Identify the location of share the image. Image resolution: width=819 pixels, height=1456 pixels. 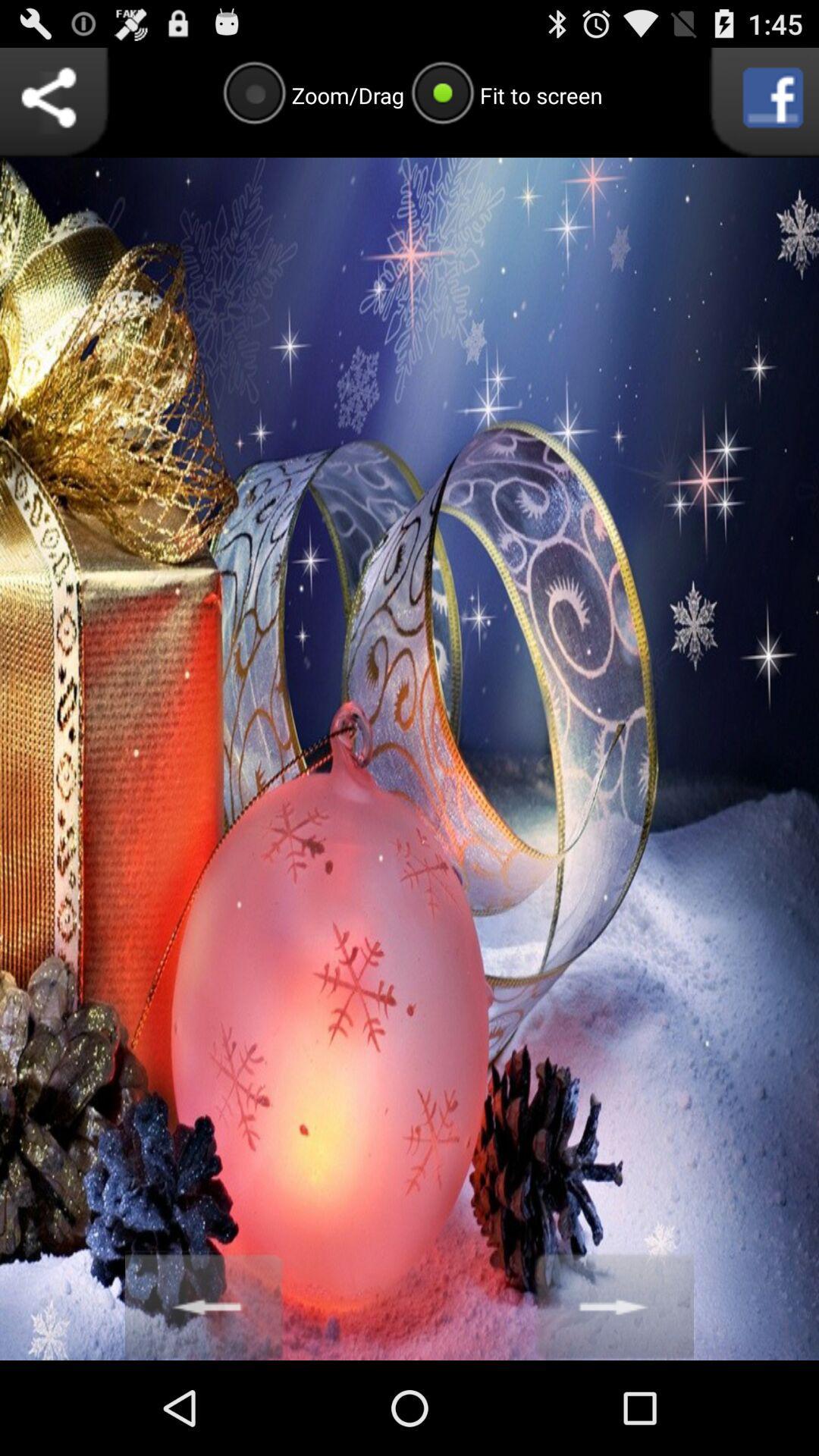
(54, 102).